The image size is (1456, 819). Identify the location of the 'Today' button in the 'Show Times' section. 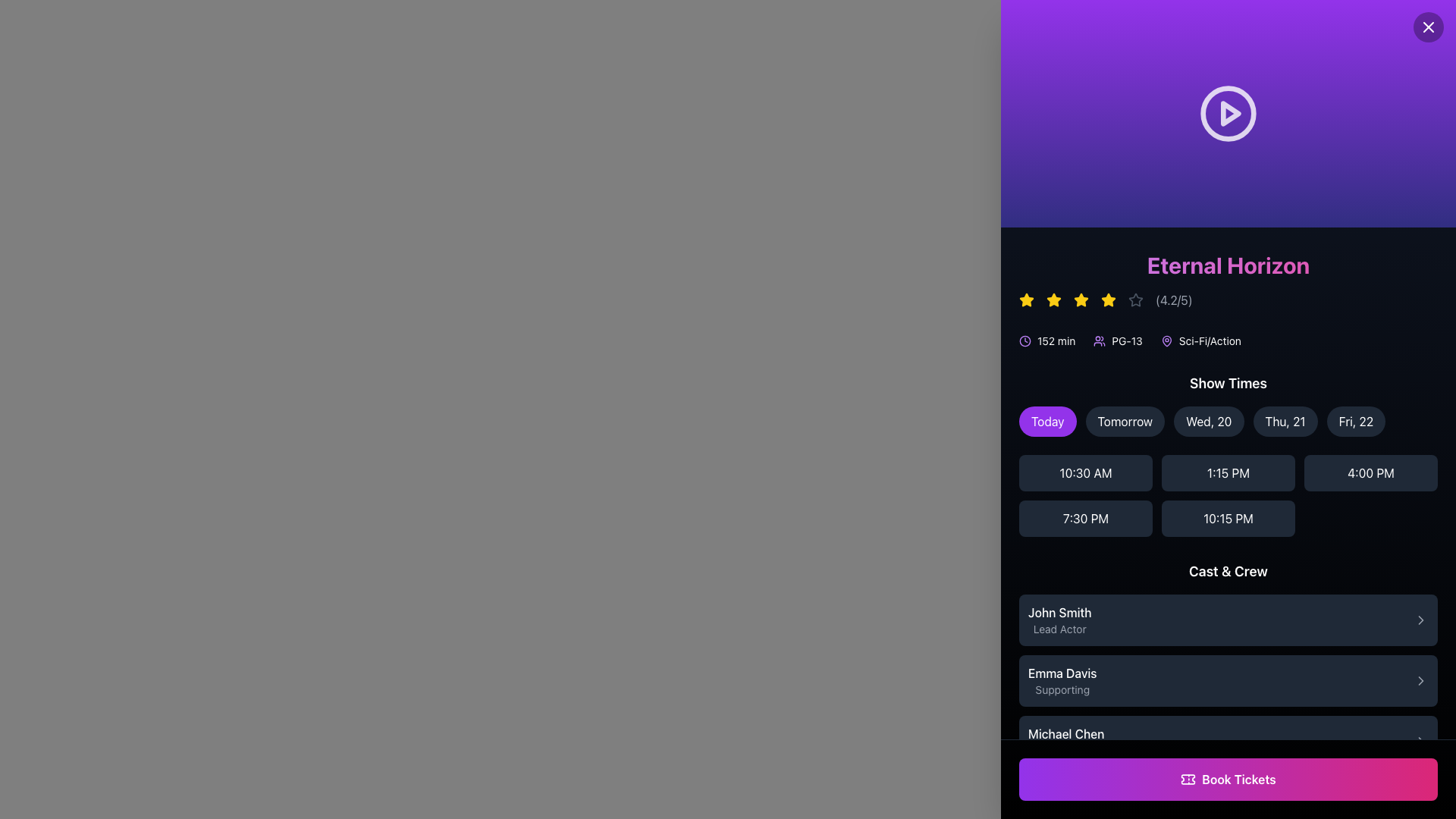
(1046, 421).